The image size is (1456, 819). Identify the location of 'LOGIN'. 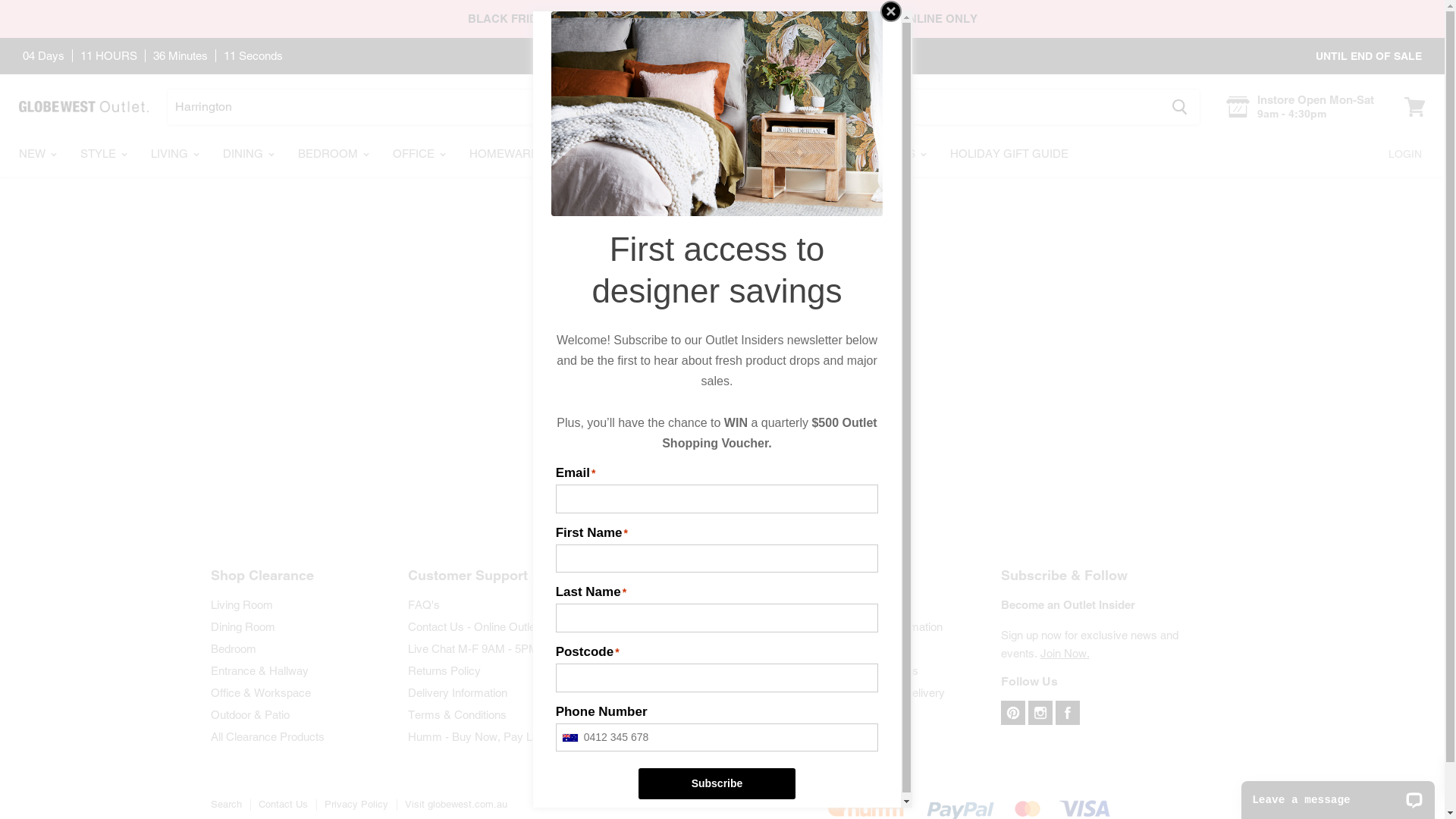
(1379, 154).